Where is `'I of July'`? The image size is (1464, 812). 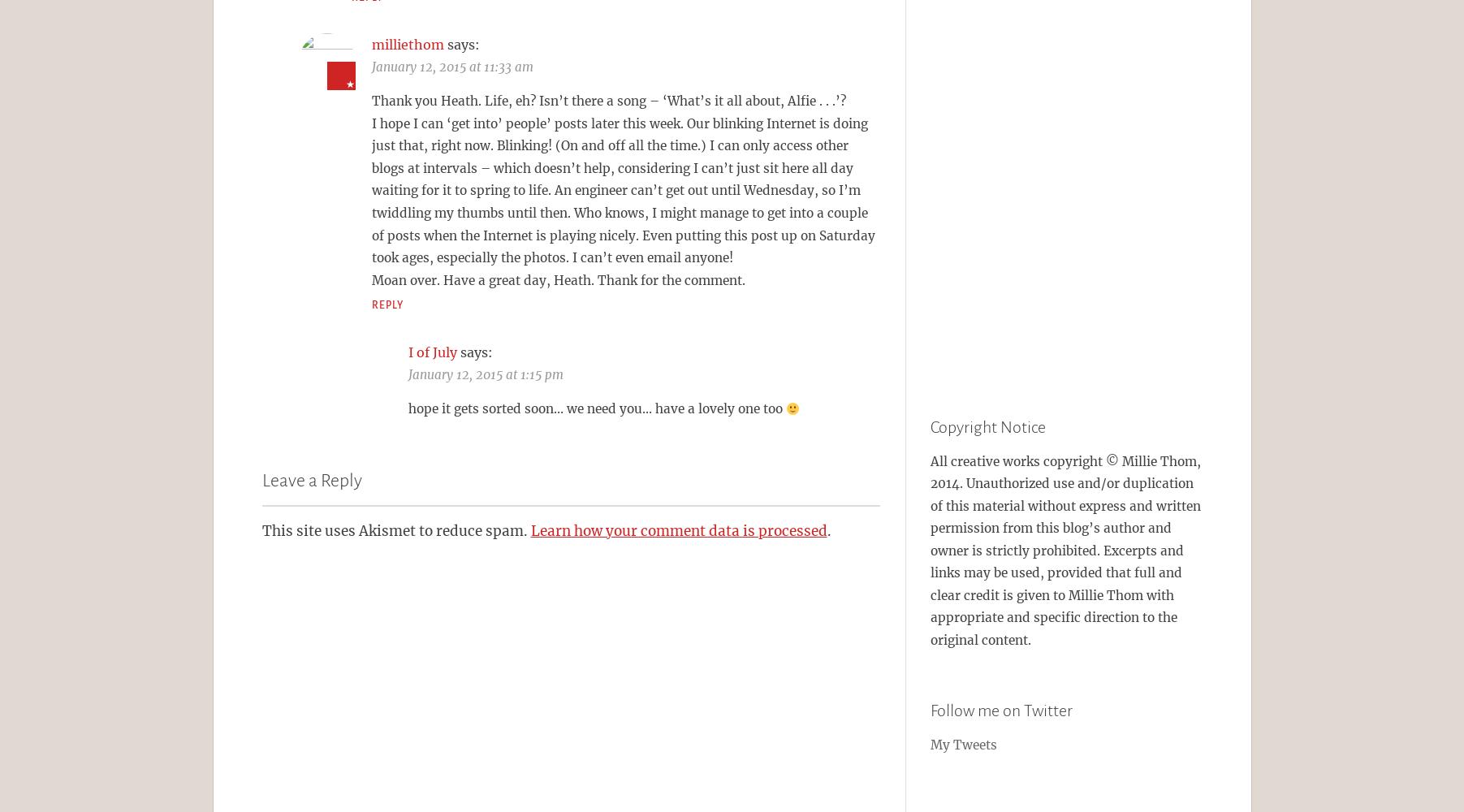
'I of July' is located at coordinates (406, 352).